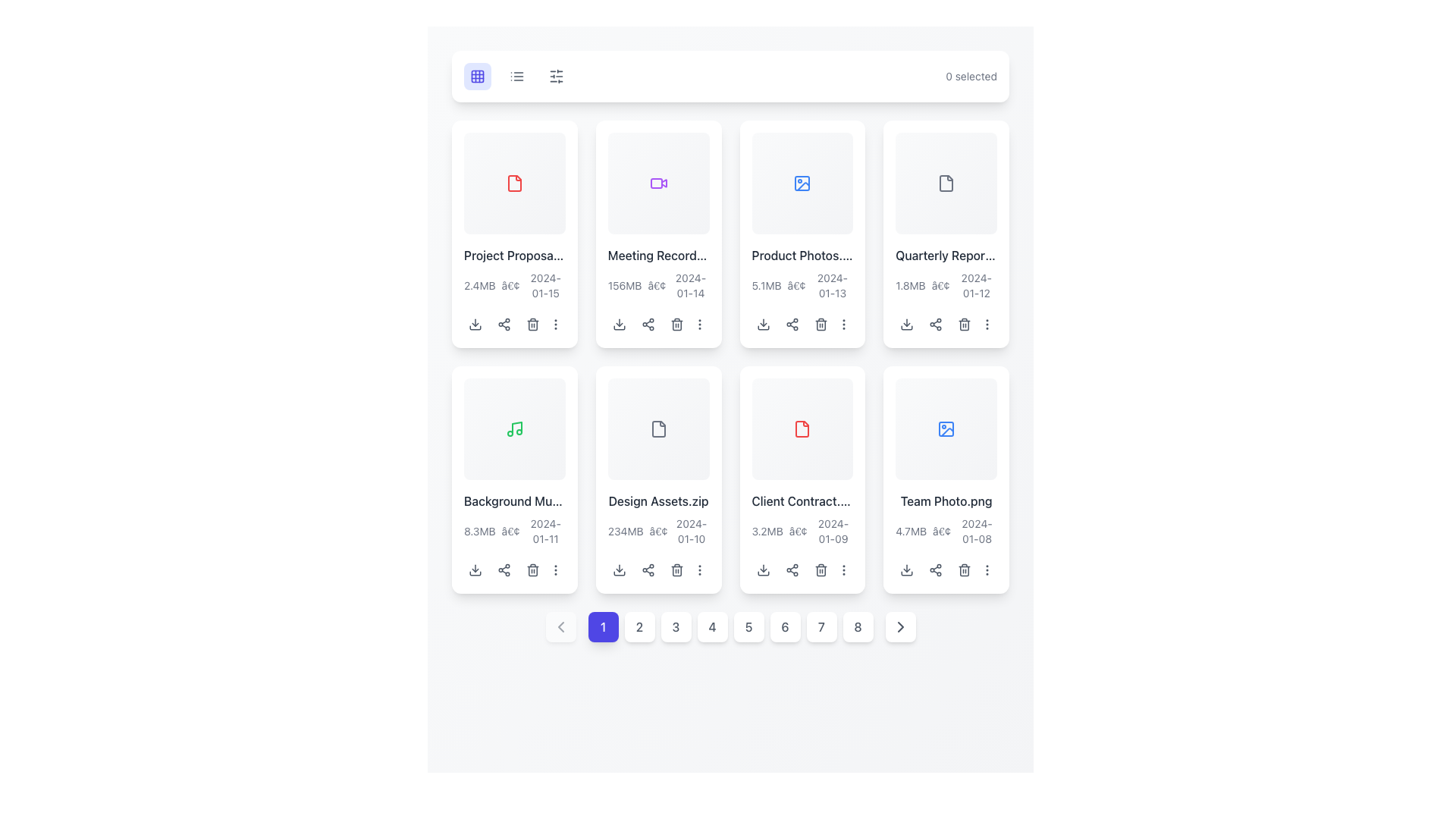 This screenshot has width=1456, height=819. I want to click on the pagination control button located to the immediate left of the blue-highlighted active page number button, so click(560, 626).